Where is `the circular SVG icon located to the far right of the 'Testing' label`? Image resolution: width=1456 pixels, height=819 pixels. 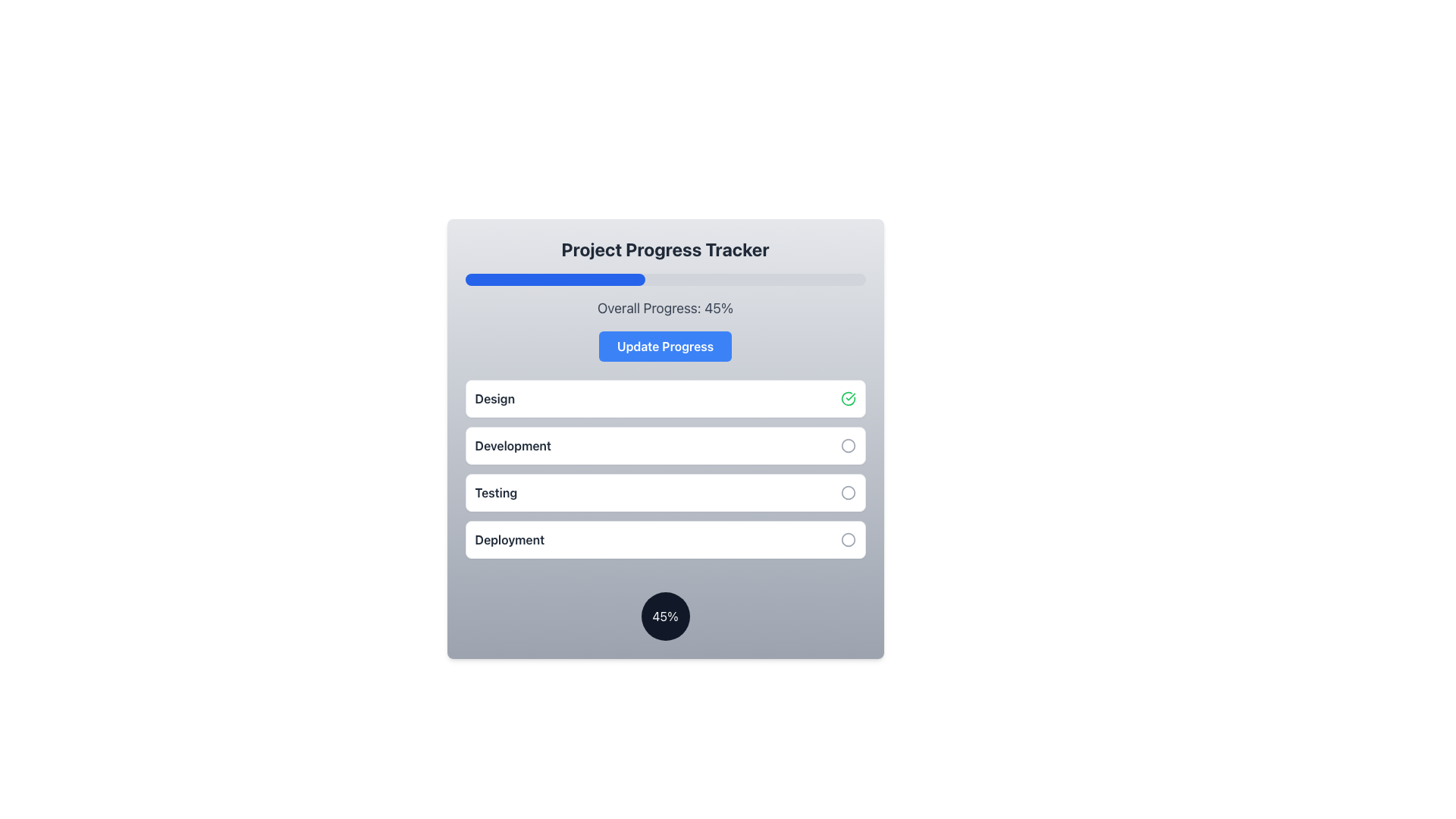
the circular SVG icon located to the far right of the 'Testing' label is located at coordinates (847, 493).